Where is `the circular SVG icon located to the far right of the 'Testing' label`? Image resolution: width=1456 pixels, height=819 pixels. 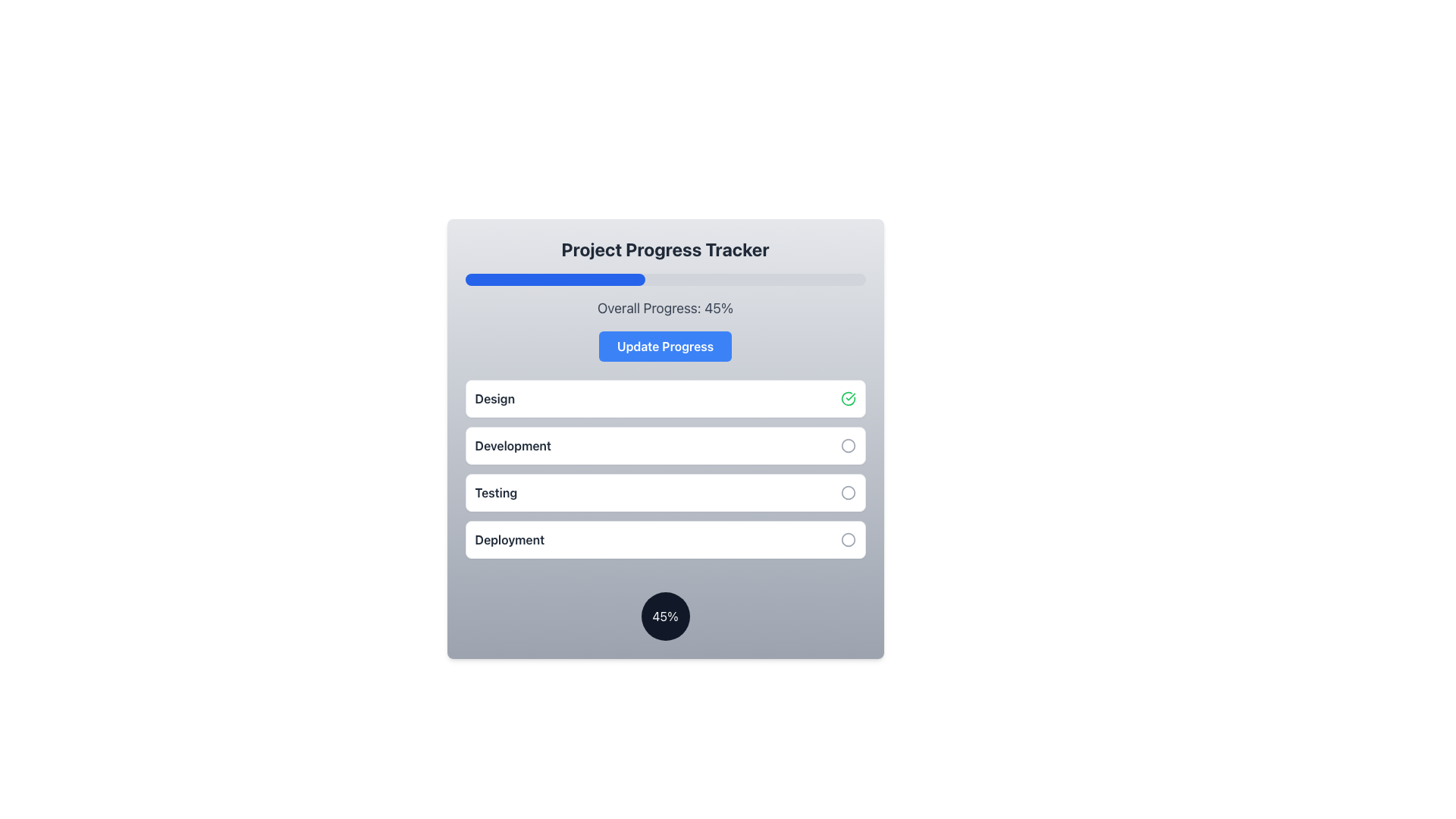
the circular SVG icon located to the far right of the 'Testing' label is located at coordinates (847, 493).